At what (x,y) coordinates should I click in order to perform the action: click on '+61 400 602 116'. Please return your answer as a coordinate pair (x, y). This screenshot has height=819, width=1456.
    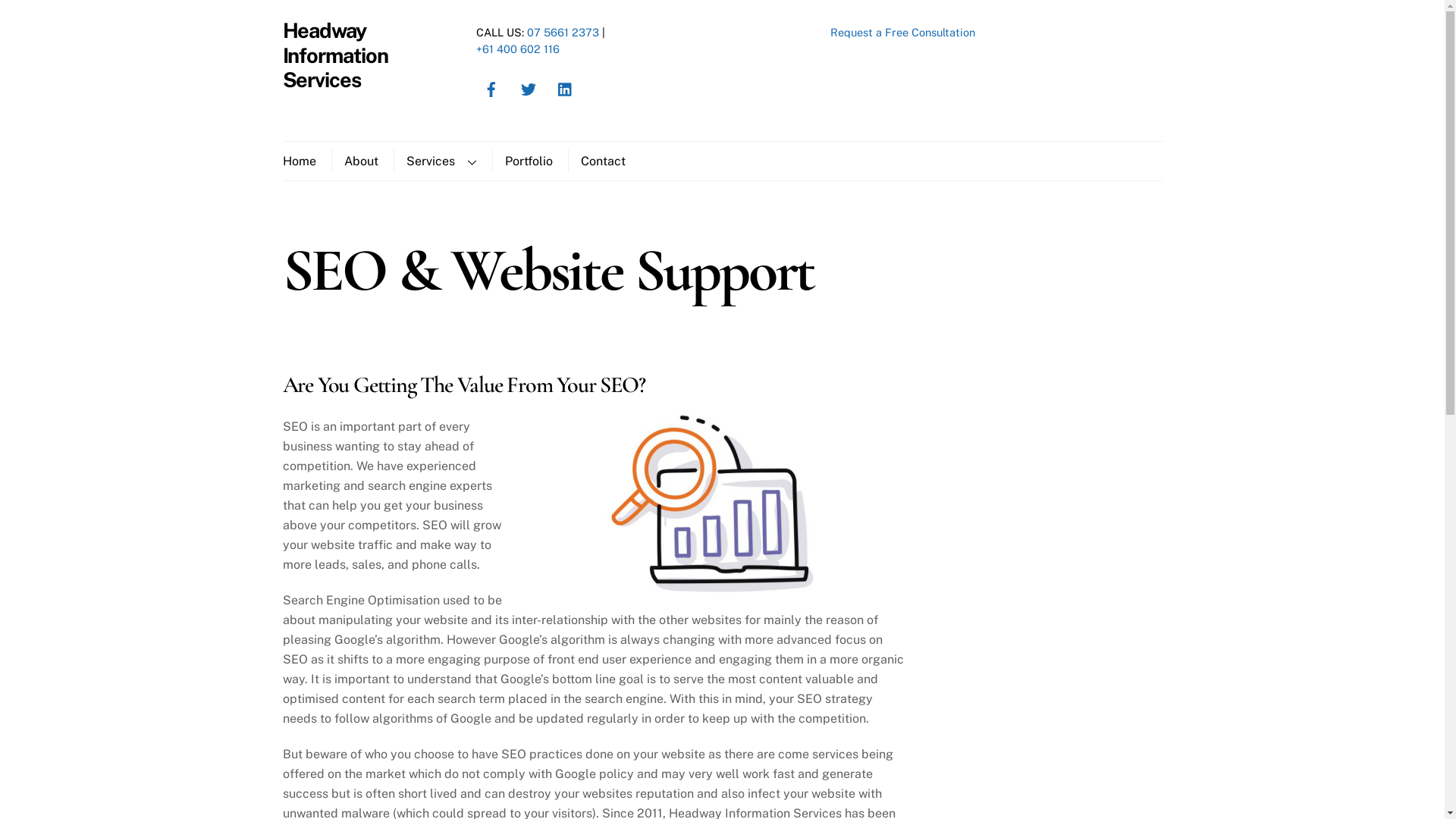
    Looking at the image, I should click on (517, 48).